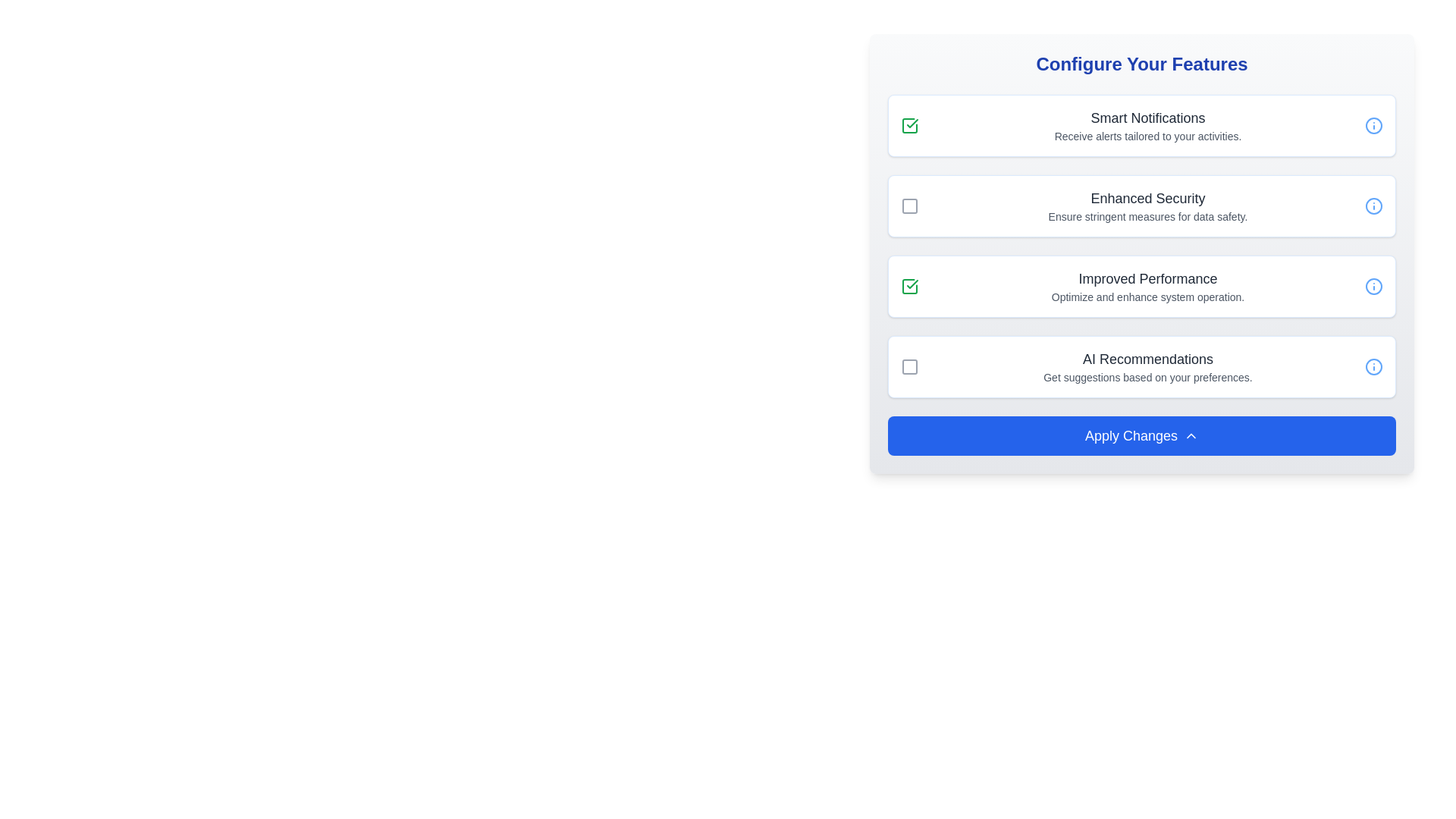 This screenshot has width=1456, height=819. I want to click on the information icon located in the 'Improved Performance' section, near the right boundary, so click(1373, 287).